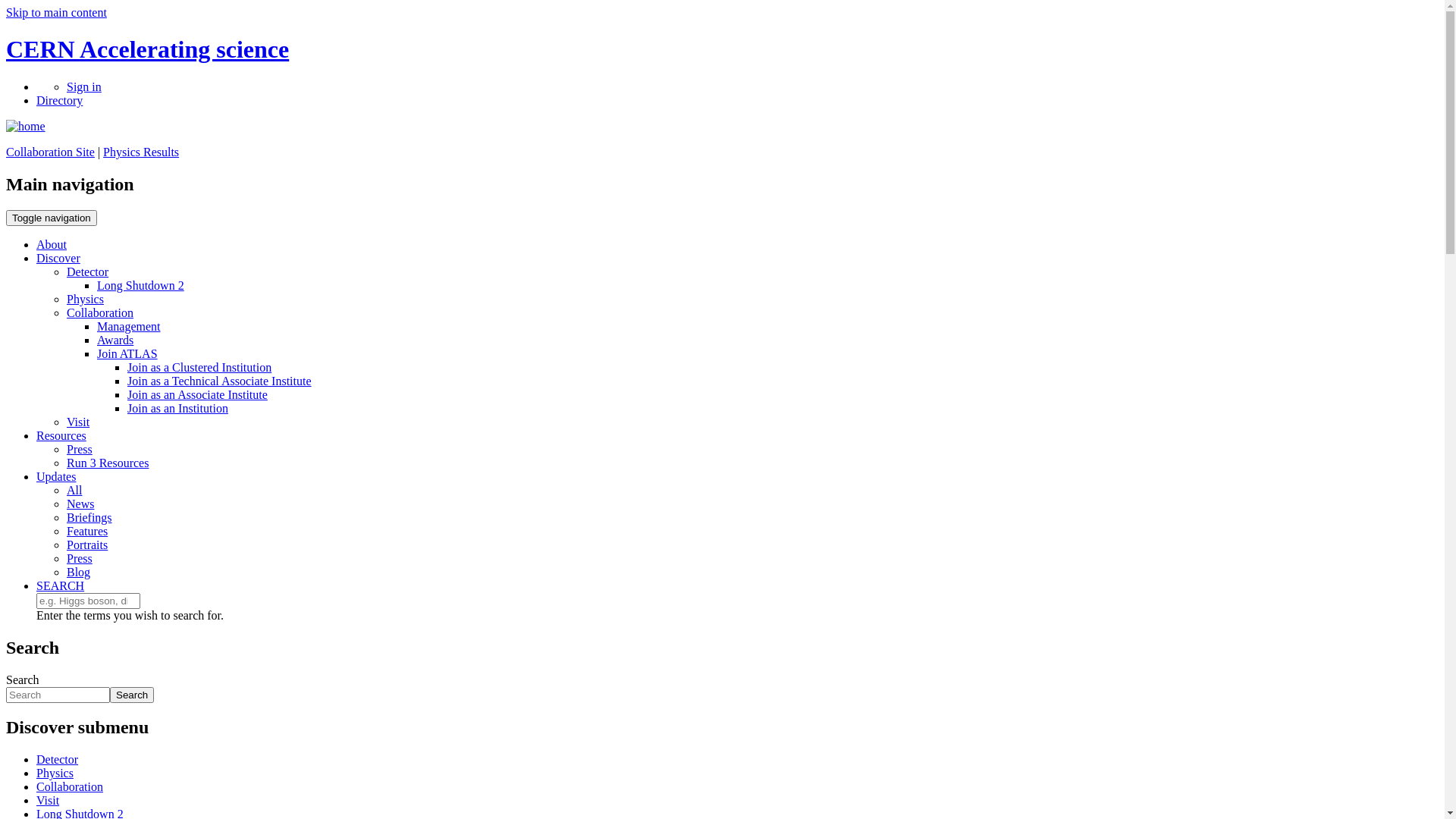 The image size is (1456, 819). Describe the element at coordinates (79, 504) in the screenshot. I see `'News'` at that location.